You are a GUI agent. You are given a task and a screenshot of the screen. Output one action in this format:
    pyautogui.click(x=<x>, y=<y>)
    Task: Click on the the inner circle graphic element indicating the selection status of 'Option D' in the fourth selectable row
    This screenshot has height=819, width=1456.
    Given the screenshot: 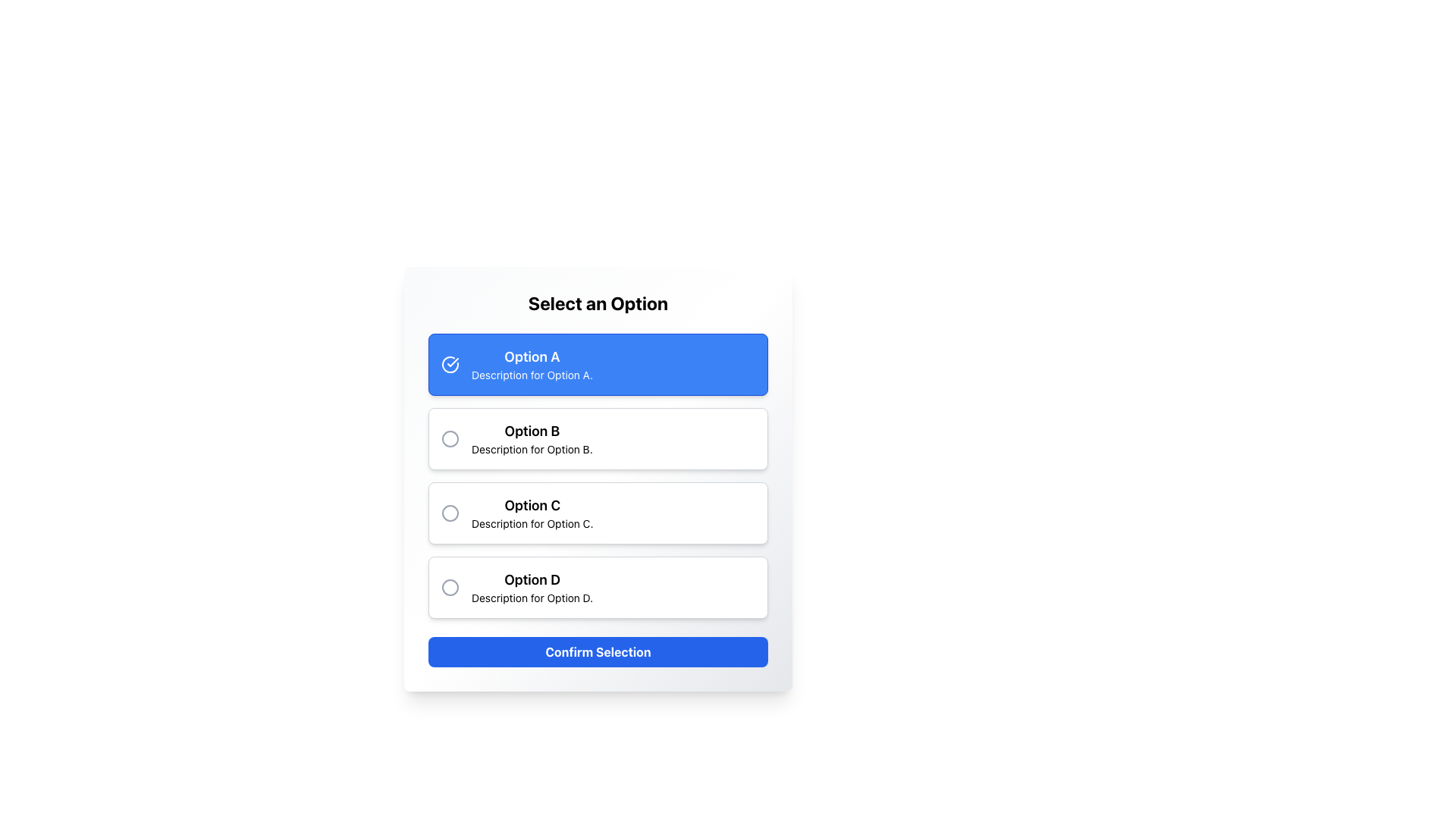 What is the action you would take?
    pyautogui.click(x=450, y=587)
    